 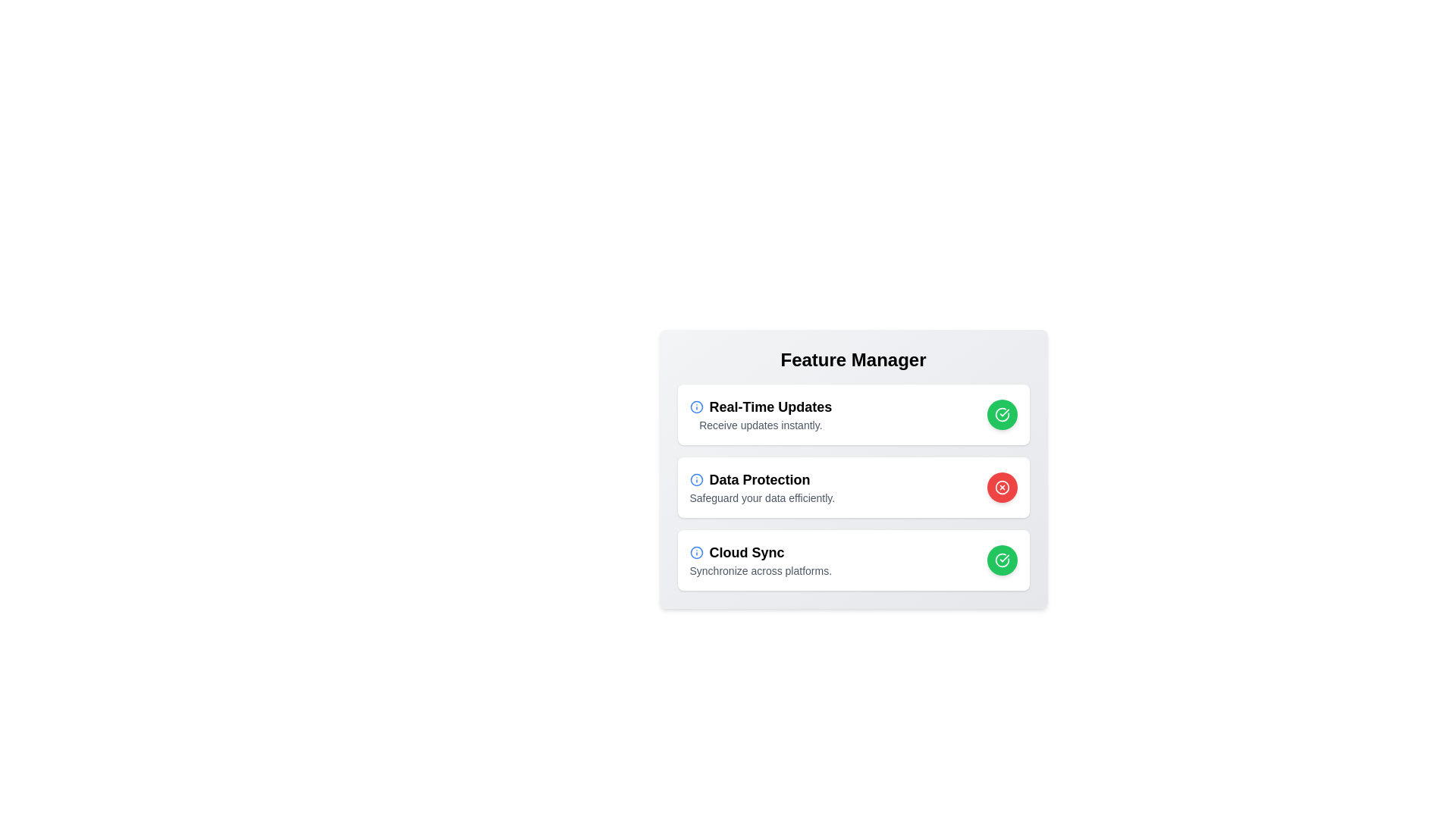 What do you see at coordinates (853, 359) in the screenshot?
I see `the 'Feature Manager' header text` at bounding box center [853, 359].